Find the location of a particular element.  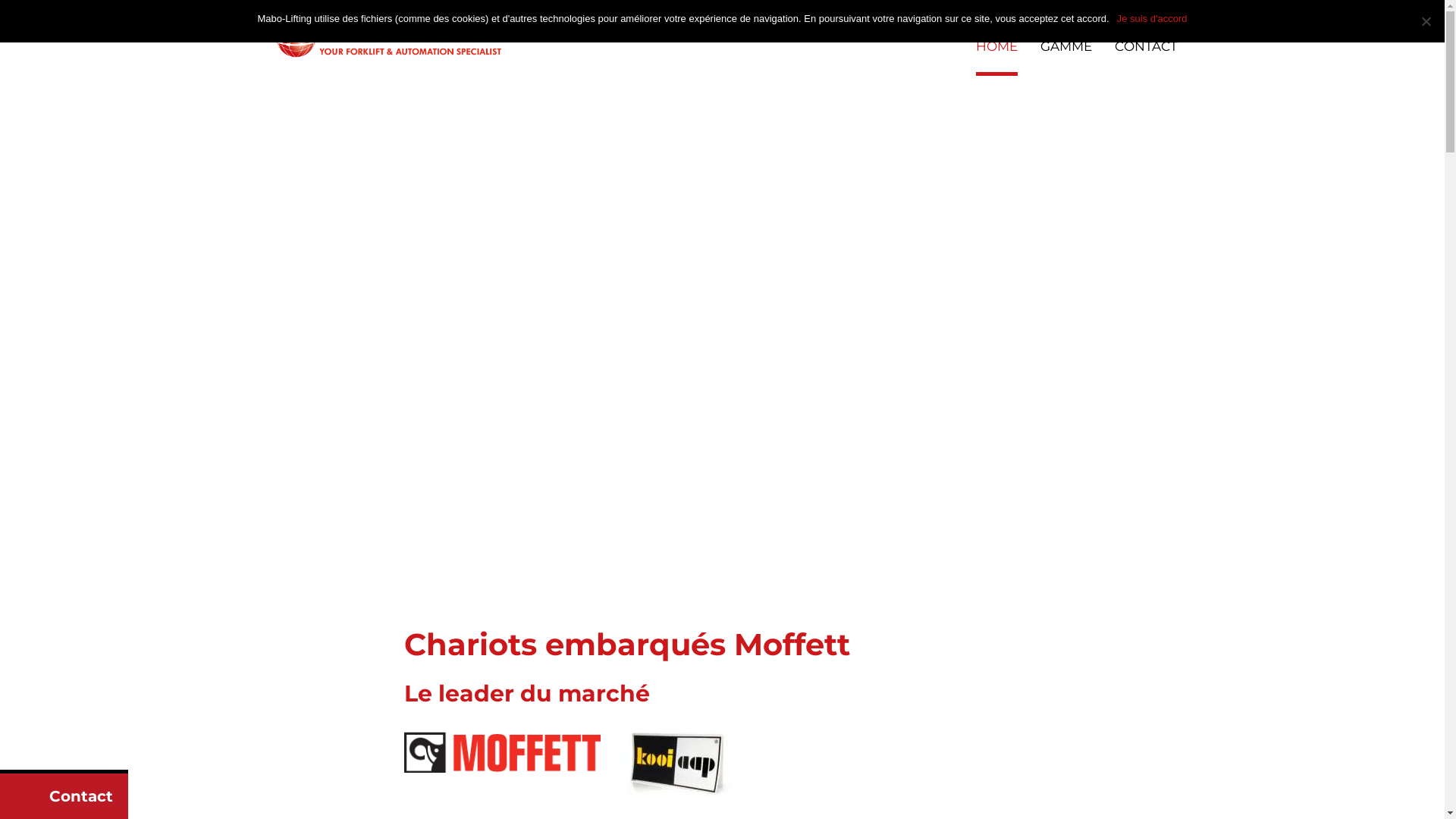

'HOME' is located at coordinates (996, 57).